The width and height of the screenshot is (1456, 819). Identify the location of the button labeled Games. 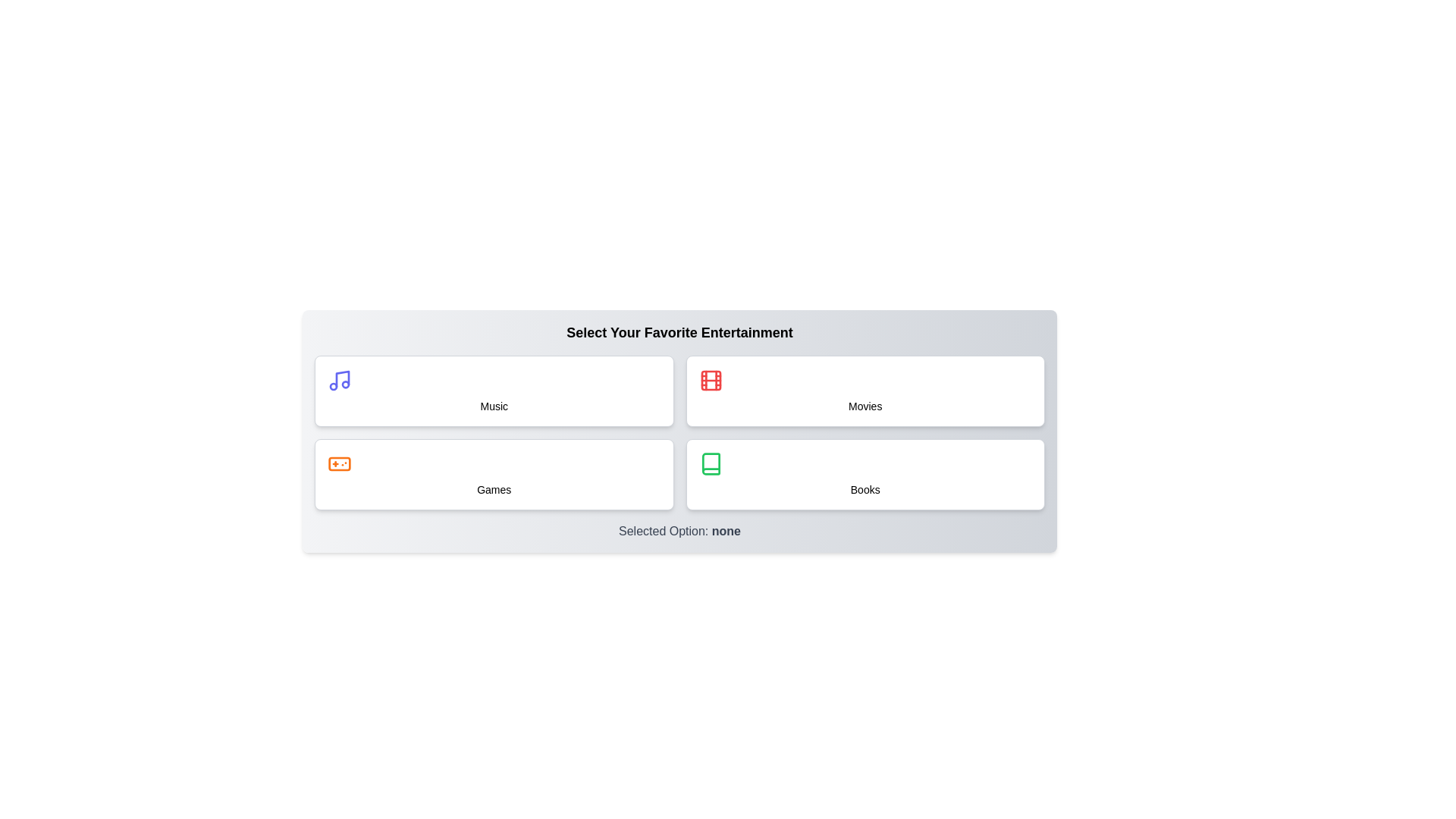
(494, 473).